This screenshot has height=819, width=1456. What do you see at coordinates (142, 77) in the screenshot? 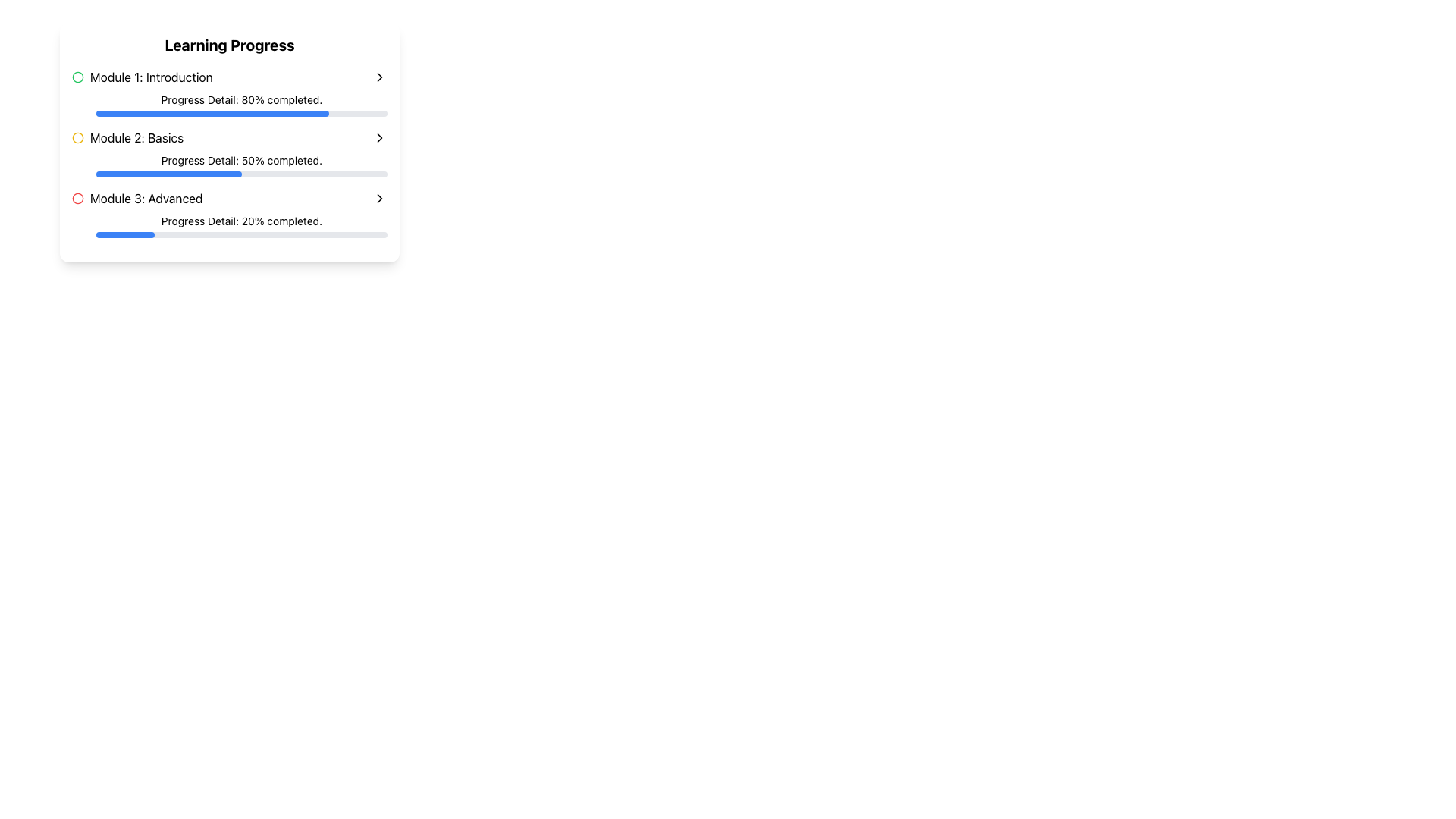
I see `the Text Label that serves as the title for the first module in the 'Learning Progress' section` at bounding box center [142, 77].